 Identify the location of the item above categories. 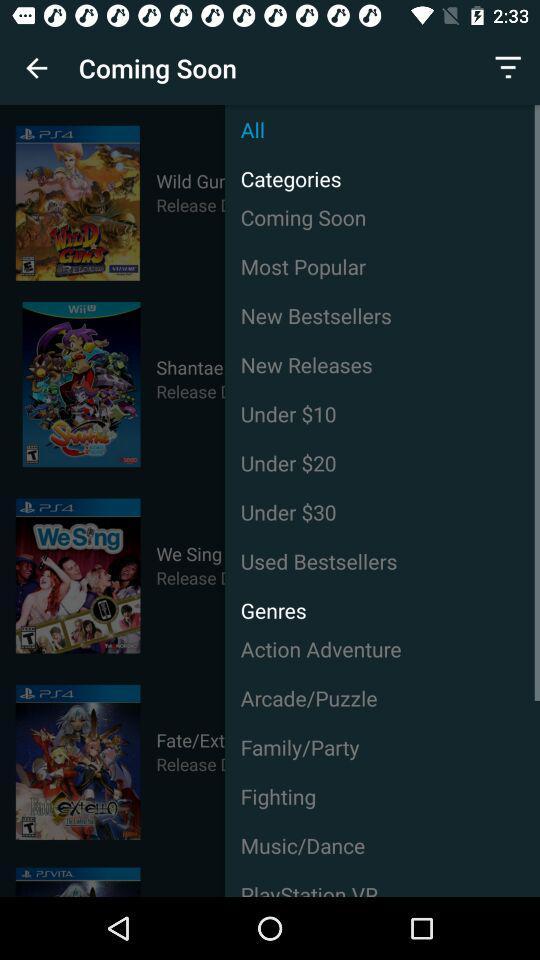
(382, 128).